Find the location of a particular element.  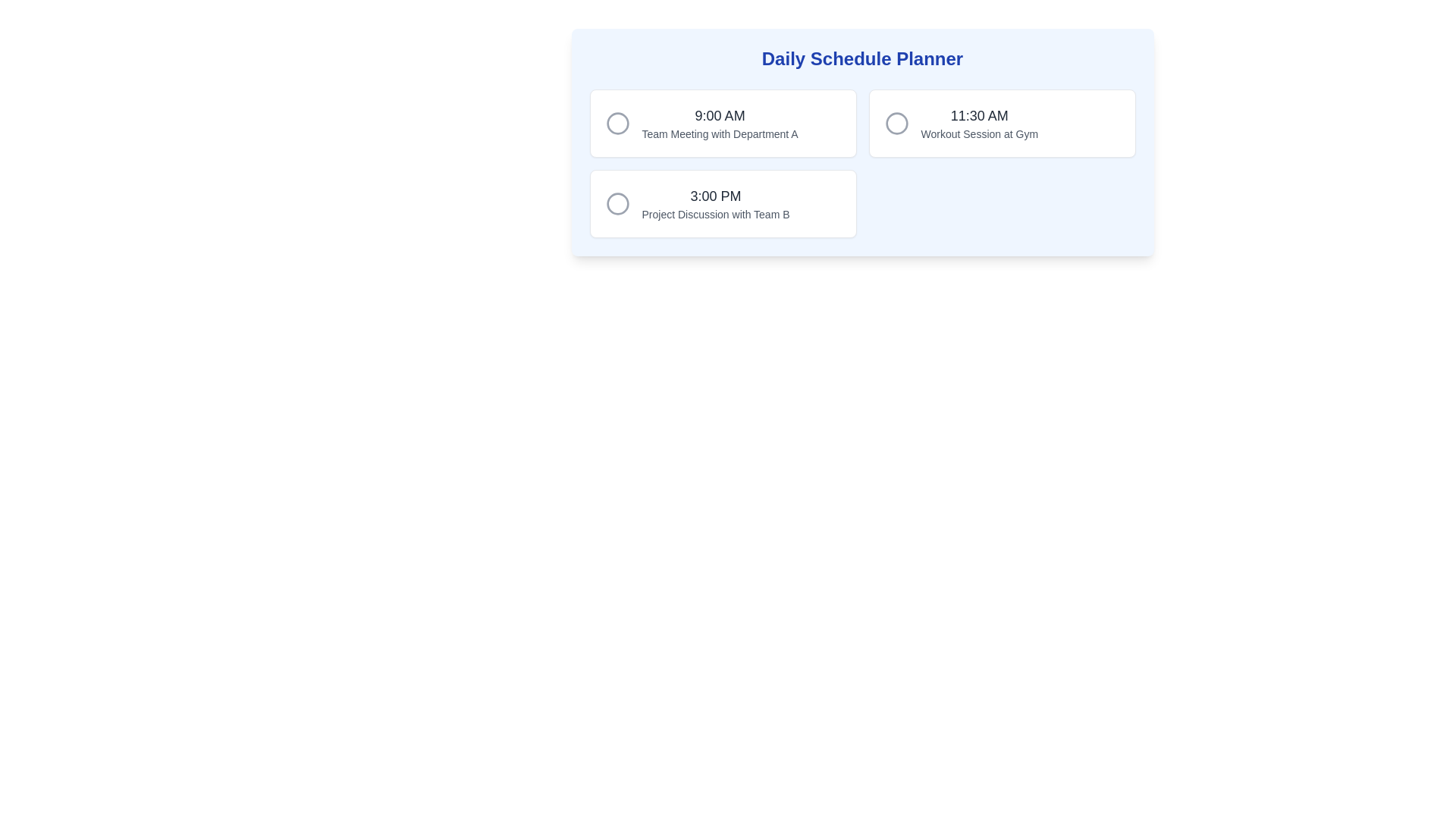

the text label that provides details about the scheduled event located under the '3:00 PM' text within the third card of the scheduler's options in the right column is located at coordinates (715, 214).